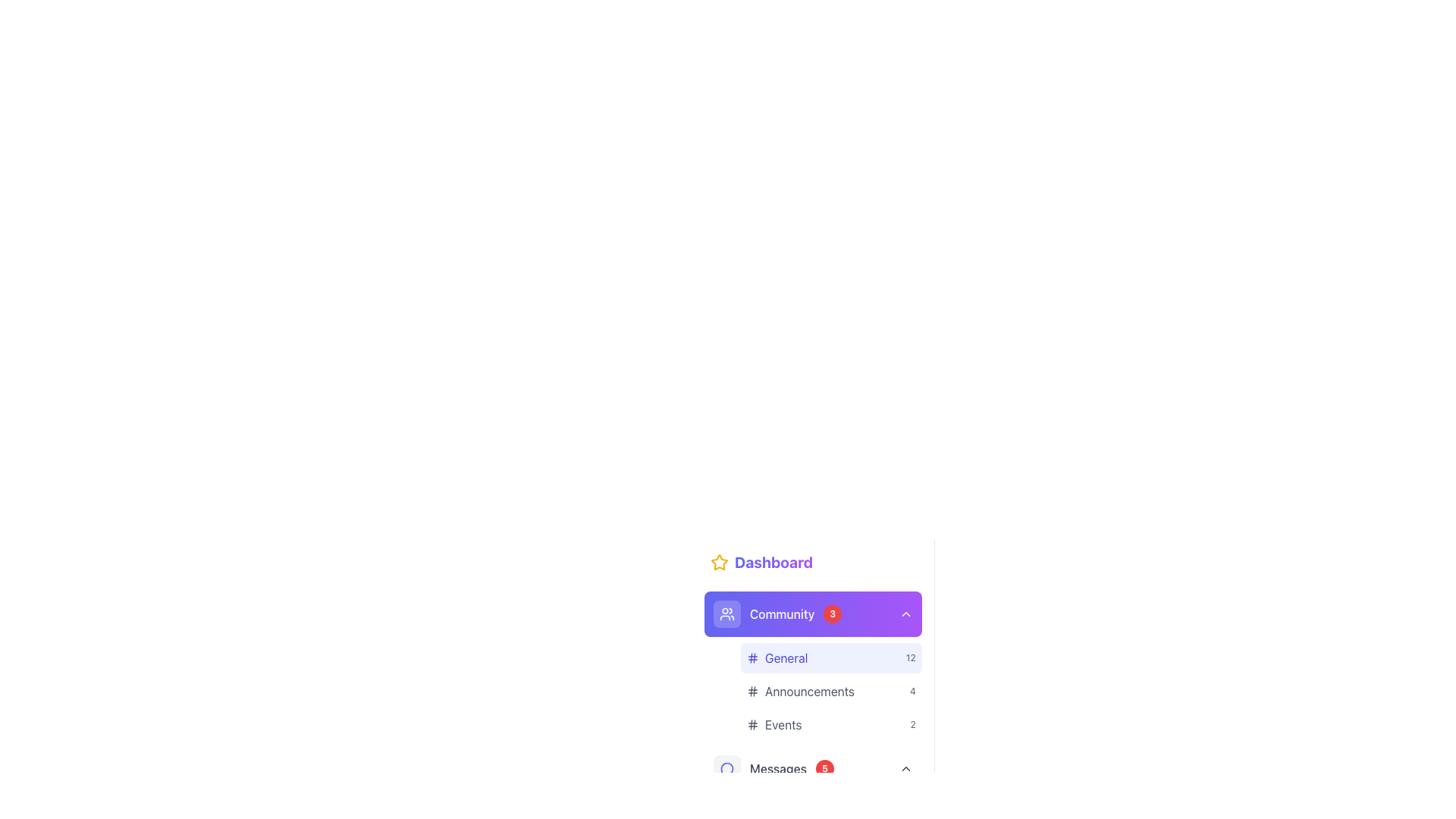  I want to click on text label or header identified as 'Dashboard', which serves as a reference for the current navigation point in the sidebar section, so click(773, 562).